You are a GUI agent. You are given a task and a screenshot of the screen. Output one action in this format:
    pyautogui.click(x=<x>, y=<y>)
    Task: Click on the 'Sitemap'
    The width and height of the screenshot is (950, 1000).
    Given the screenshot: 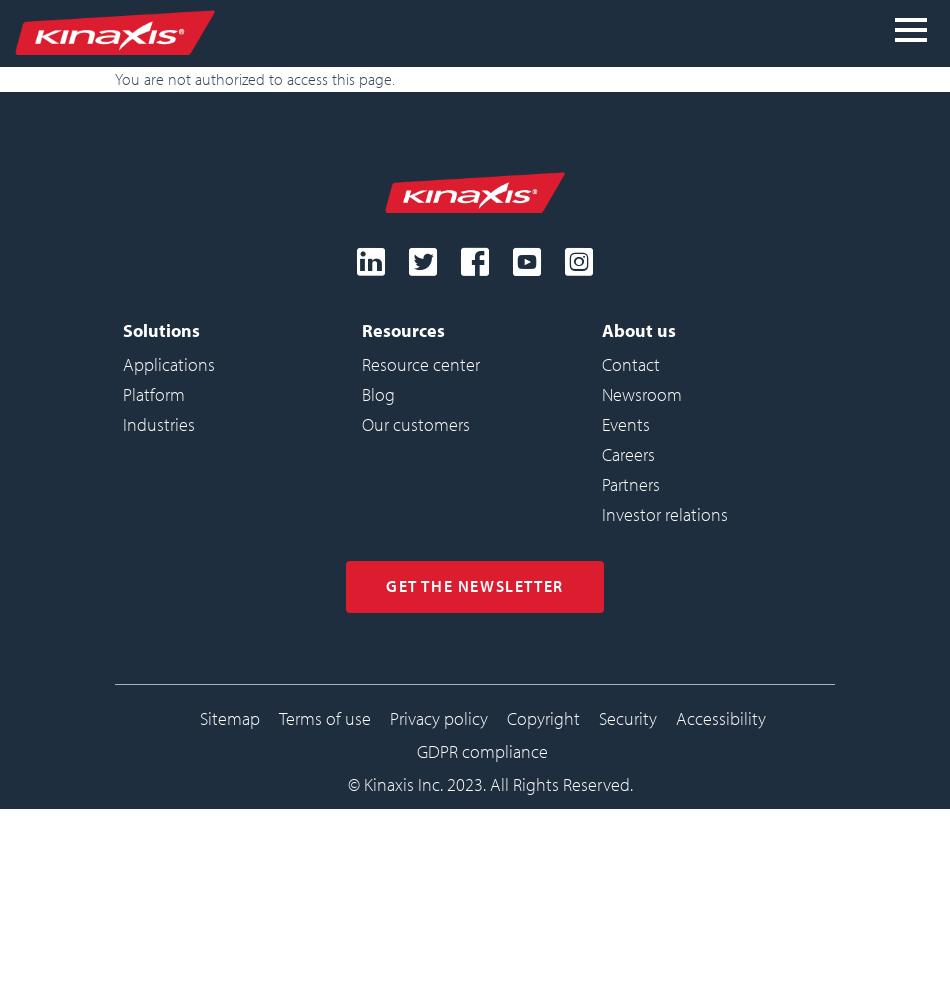 What is the action you would take?
    pyautogui.click(x=199, y=716)
    